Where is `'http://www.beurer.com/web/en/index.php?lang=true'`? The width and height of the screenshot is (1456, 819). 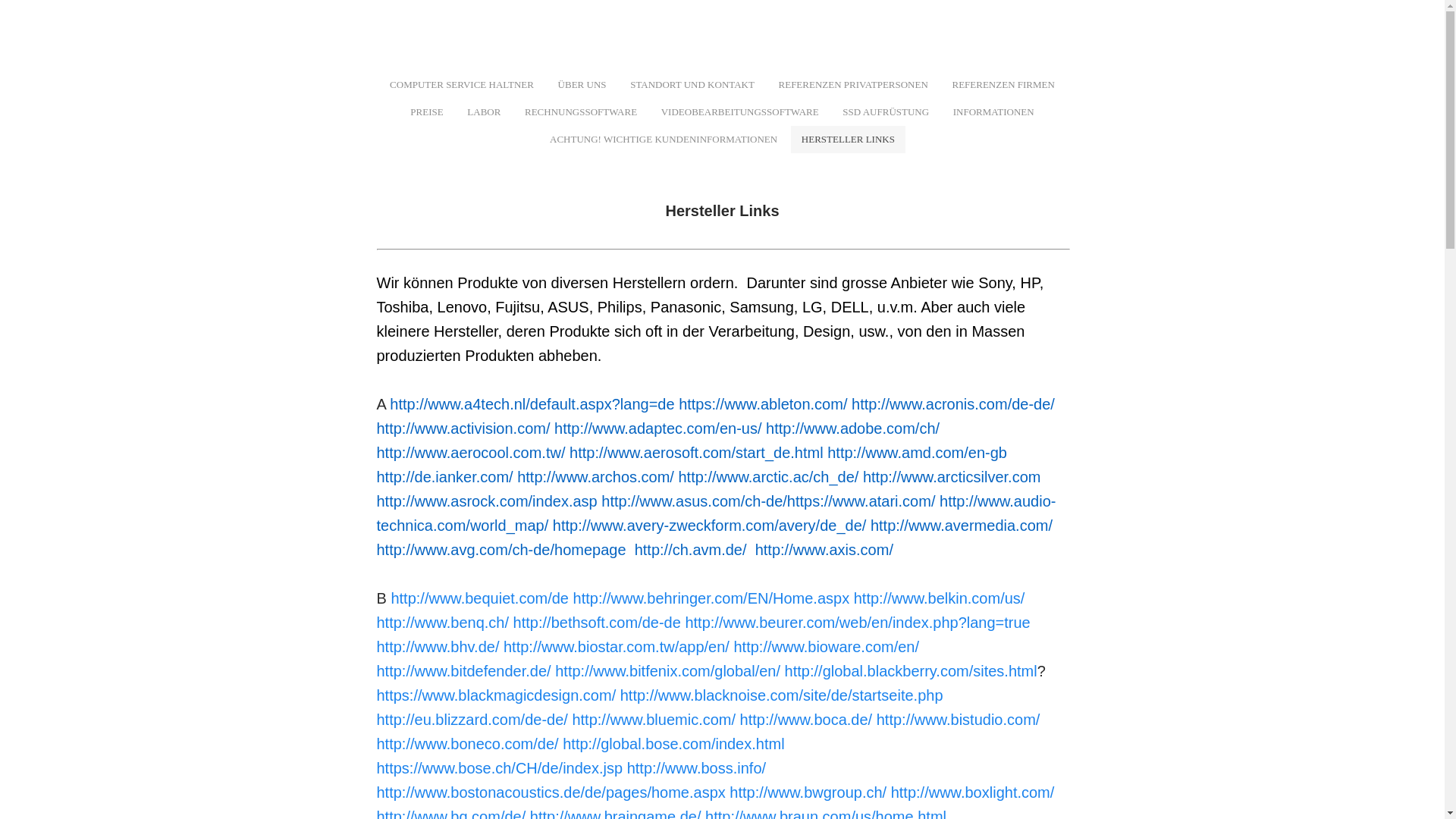
'http://www.beurer.com/web/en/index.php?lang=true' is located at coordinates (683, 623).